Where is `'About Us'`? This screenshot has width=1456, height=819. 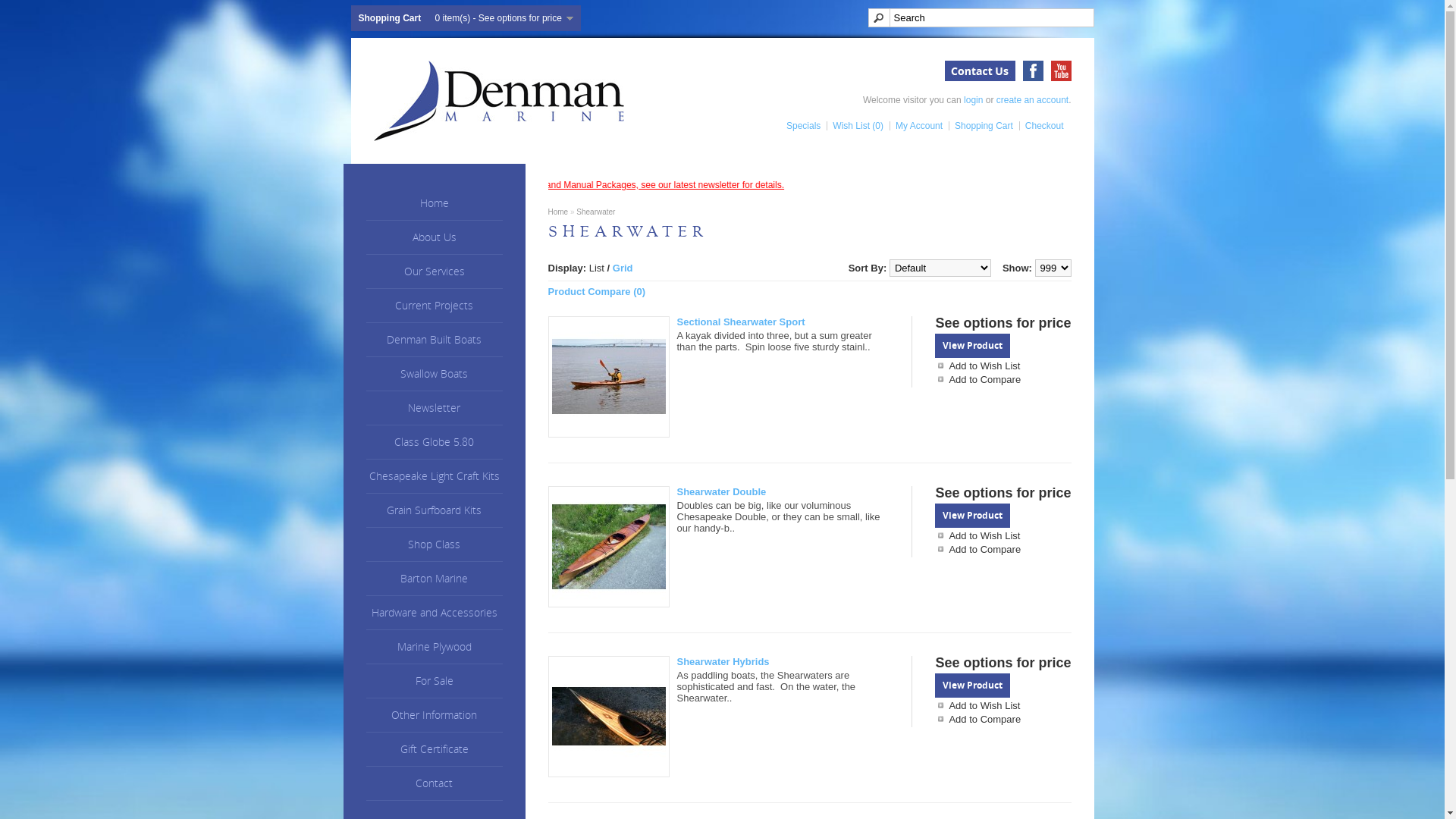
'About Us' is located at coordinates (432, 237).